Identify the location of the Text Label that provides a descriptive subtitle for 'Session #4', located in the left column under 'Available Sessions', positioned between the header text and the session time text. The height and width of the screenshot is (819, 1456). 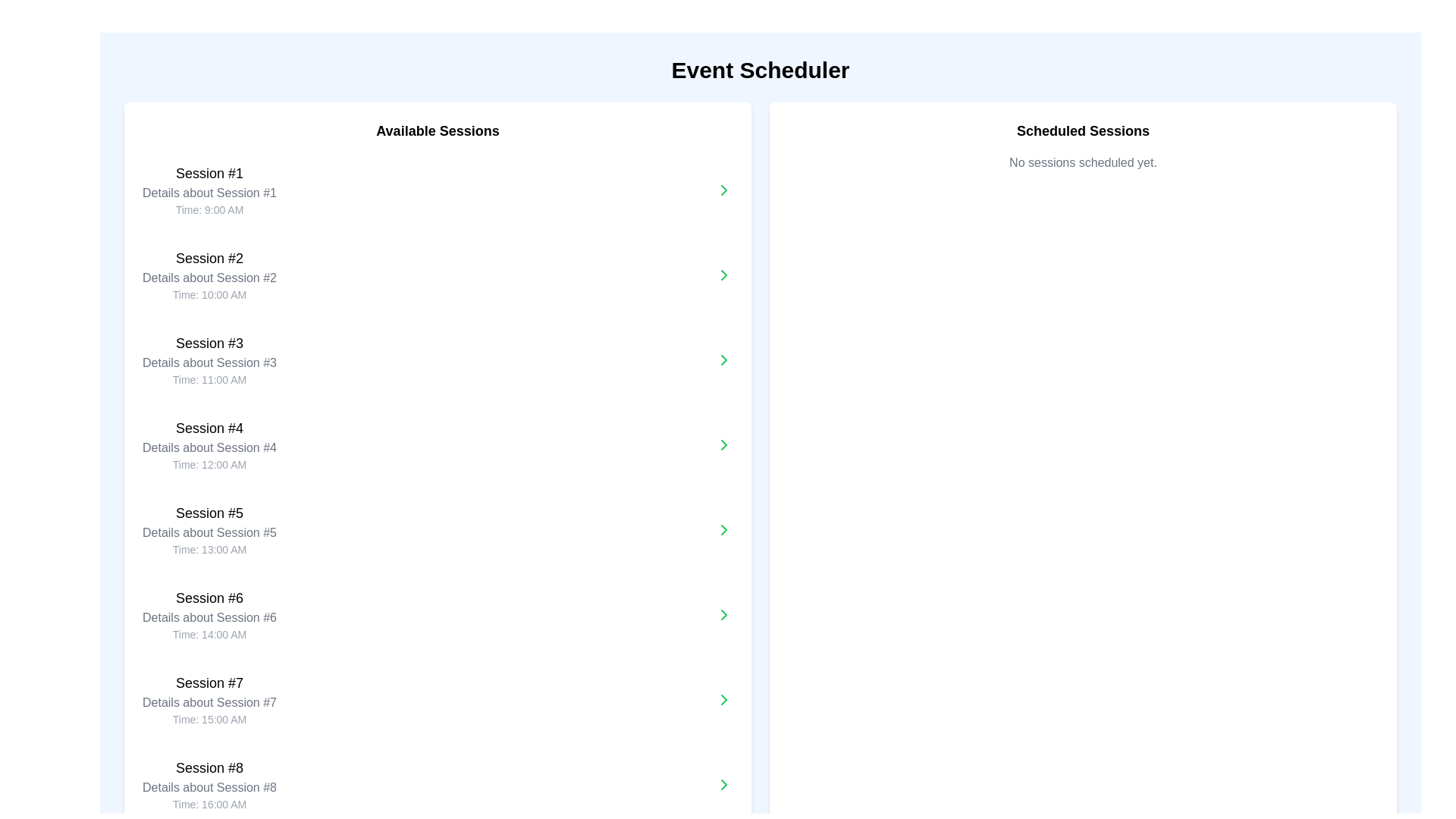
(209, 447).